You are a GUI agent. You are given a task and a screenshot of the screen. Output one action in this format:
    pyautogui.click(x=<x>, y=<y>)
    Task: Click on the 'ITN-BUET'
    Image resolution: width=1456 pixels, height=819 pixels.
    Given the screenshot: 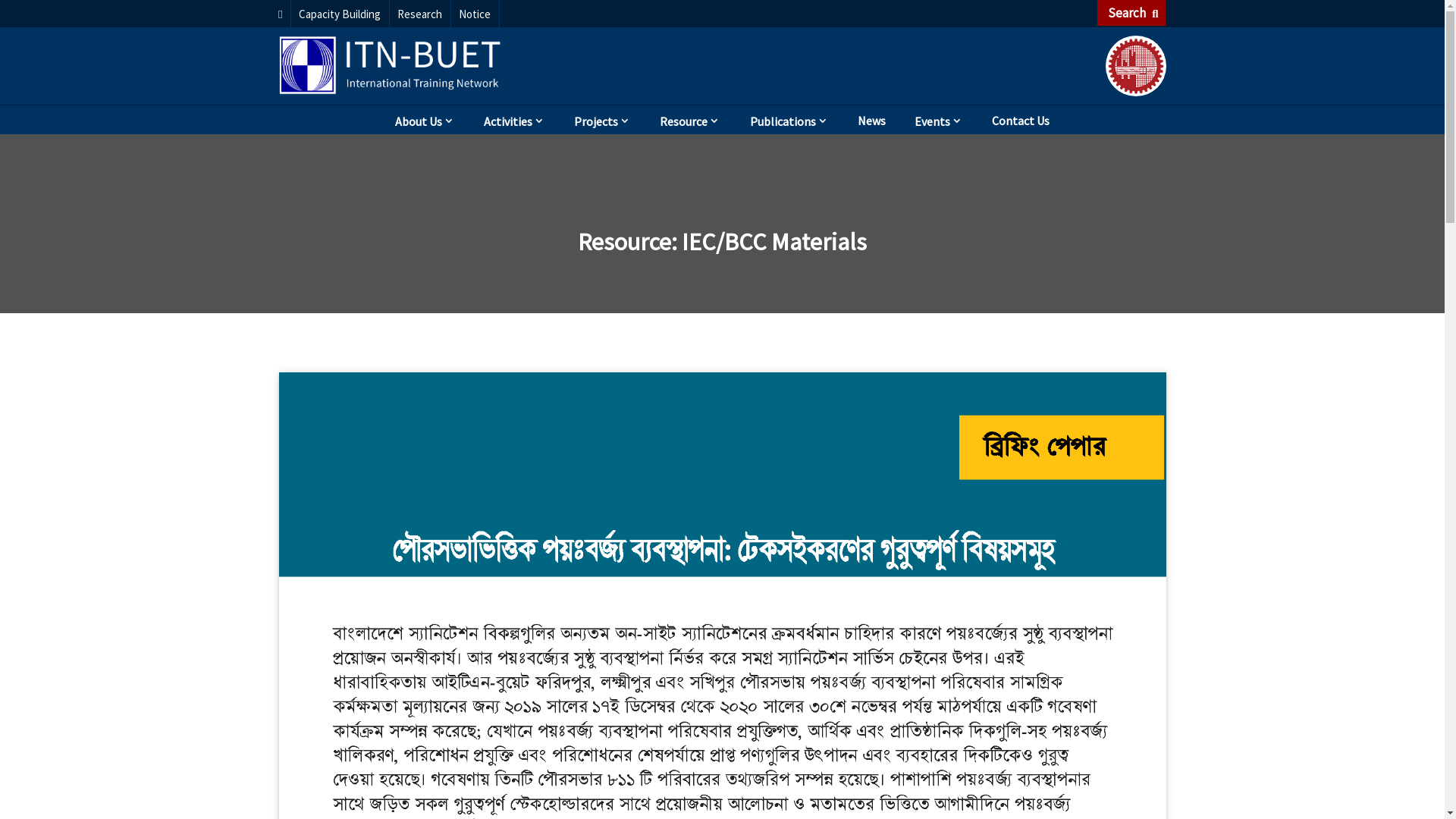 What is the action you would take?
    pyautogui.click(x=279, y=64)
    